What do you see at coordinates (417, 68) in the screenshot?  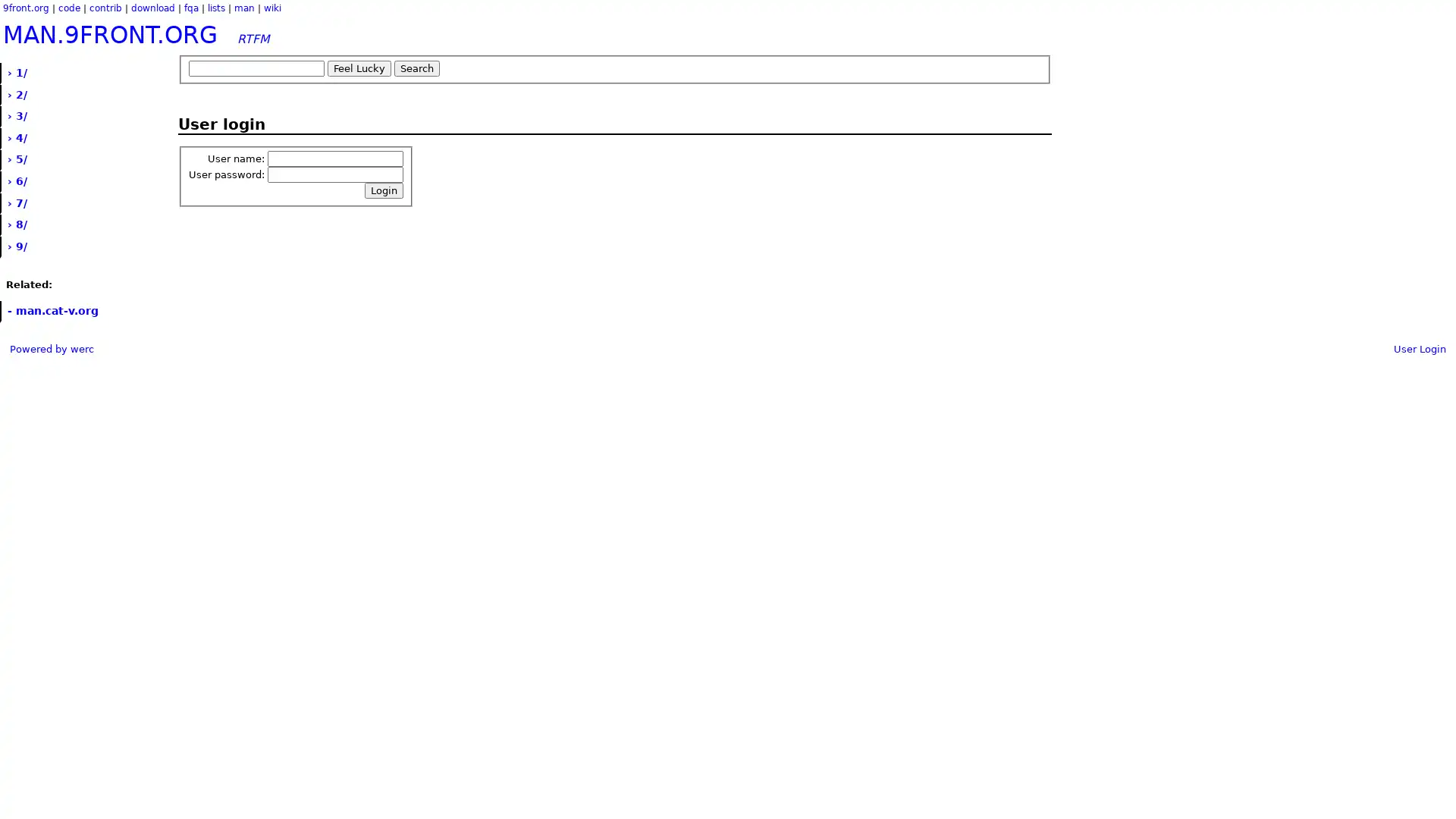 I see `Search` at bounding box center [417, 68].